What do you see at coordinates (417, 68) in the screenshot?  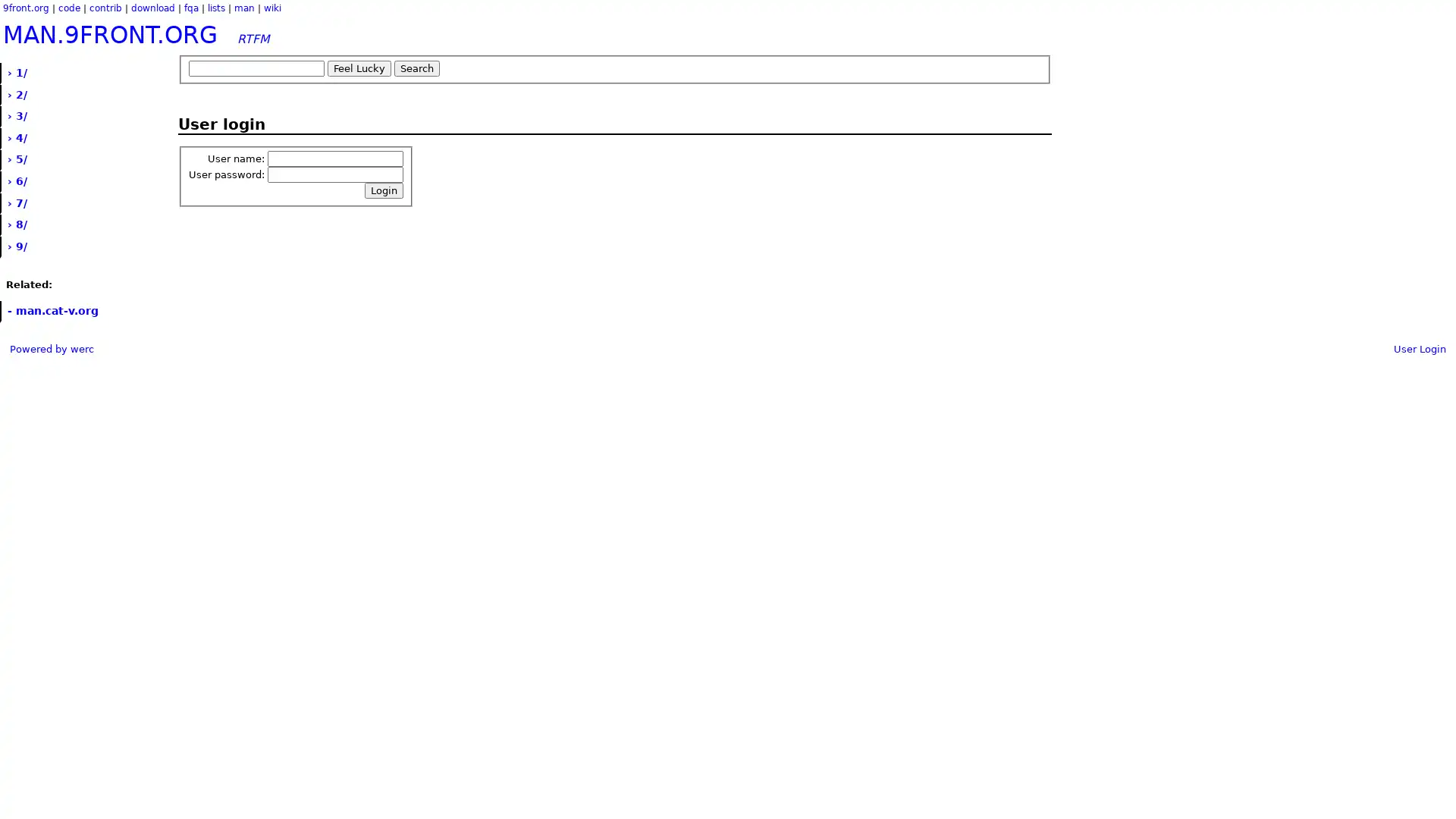 I see `Search` at bounding box center [417, 68].